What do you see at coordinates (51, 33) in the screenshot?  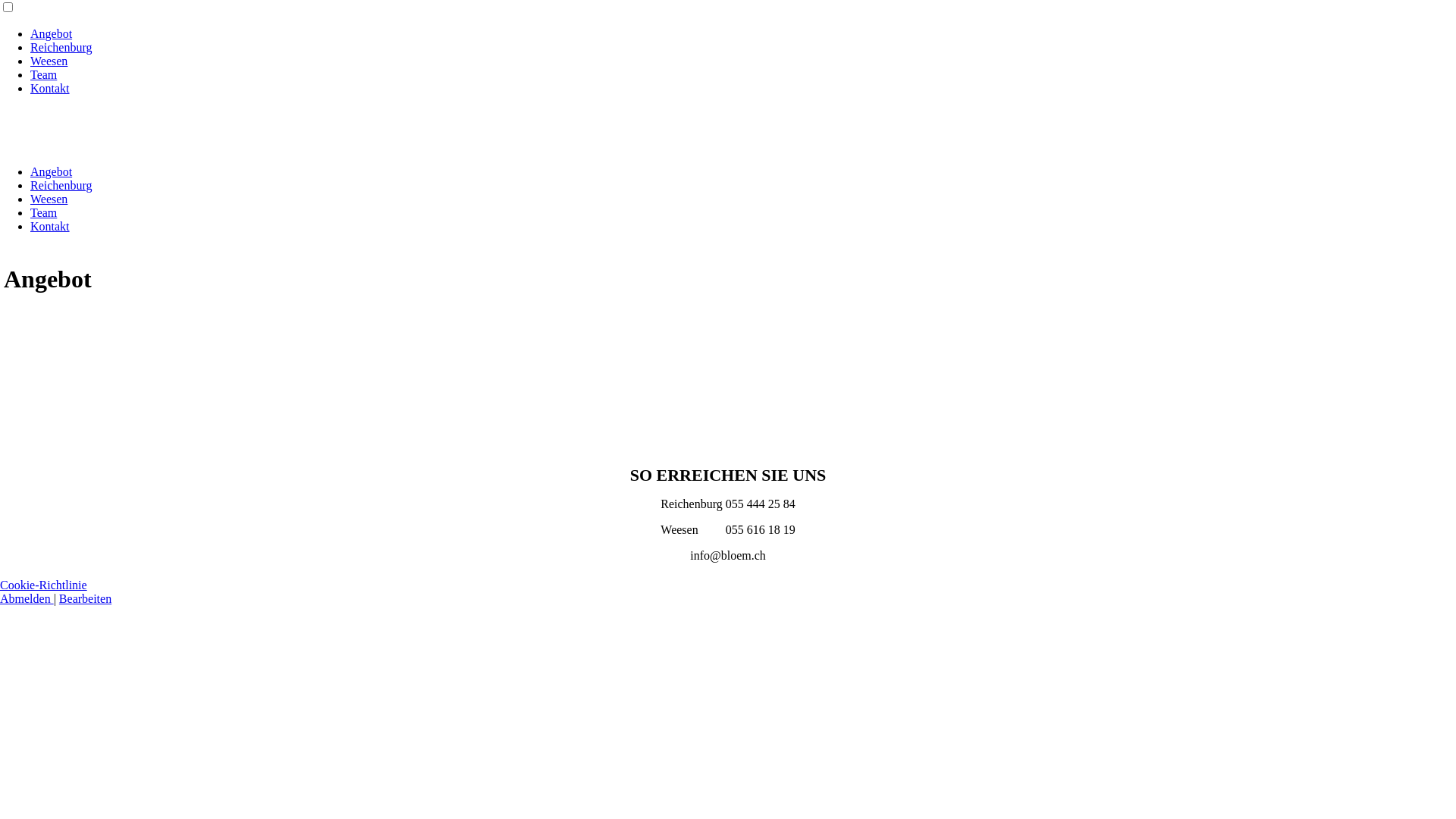 I see `'Angebot'` at bounding box center [51, 33].